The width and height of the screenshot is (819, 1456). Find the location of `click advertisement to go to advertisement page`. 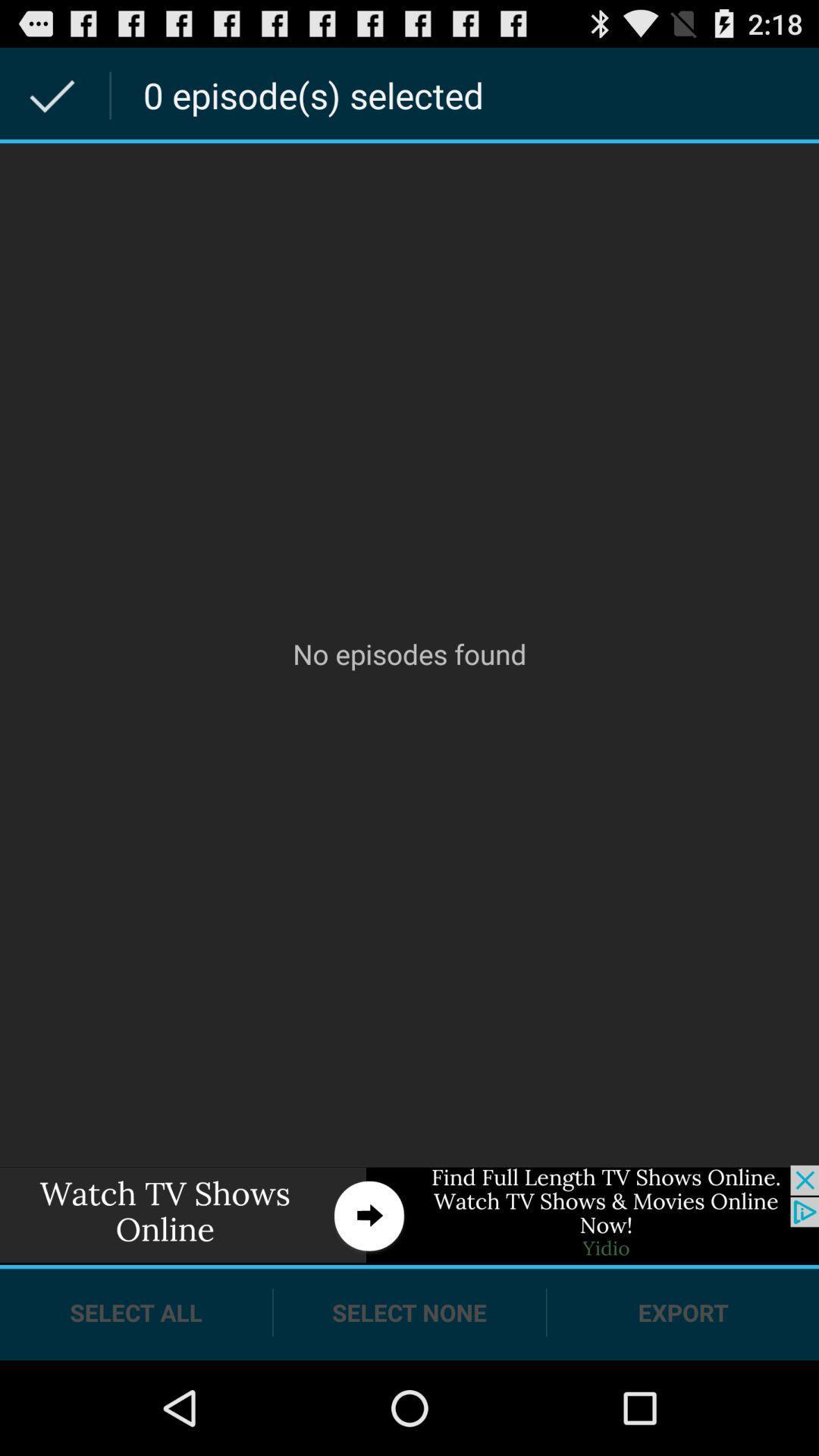

click advertisement to go to advertisement page is located at coordinates (409, 1215).